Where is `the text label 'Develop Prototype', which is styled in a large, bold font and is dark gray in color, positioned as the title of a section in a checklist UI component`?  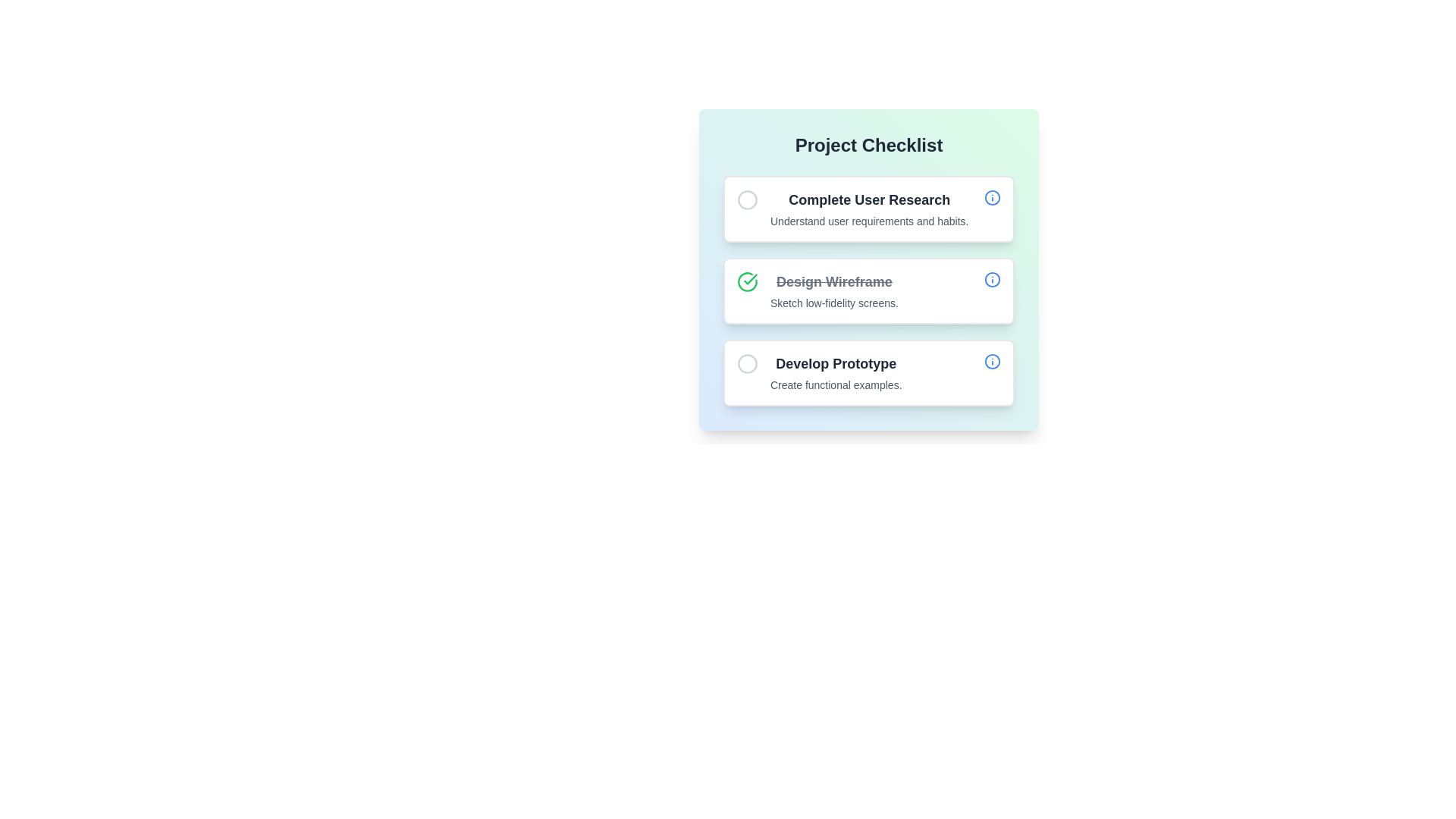 the text label 'Develop Prototype', which is styled in a large, bold font and is dark gray in color, positioned as the title of a section in a checklist UI component is located at coordinates (835, 363).